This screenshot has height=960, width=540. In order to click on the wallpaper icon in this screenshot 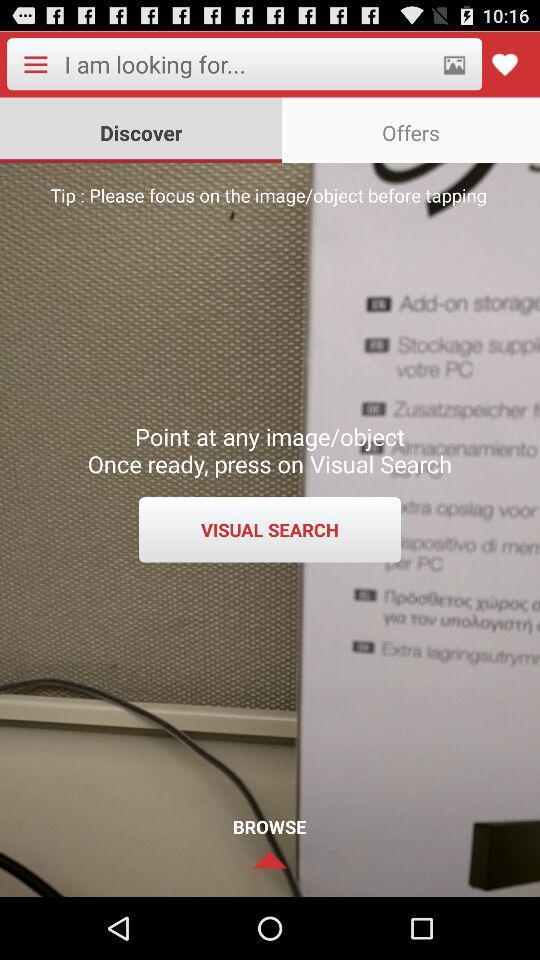, I will do `click(454, 68)`.